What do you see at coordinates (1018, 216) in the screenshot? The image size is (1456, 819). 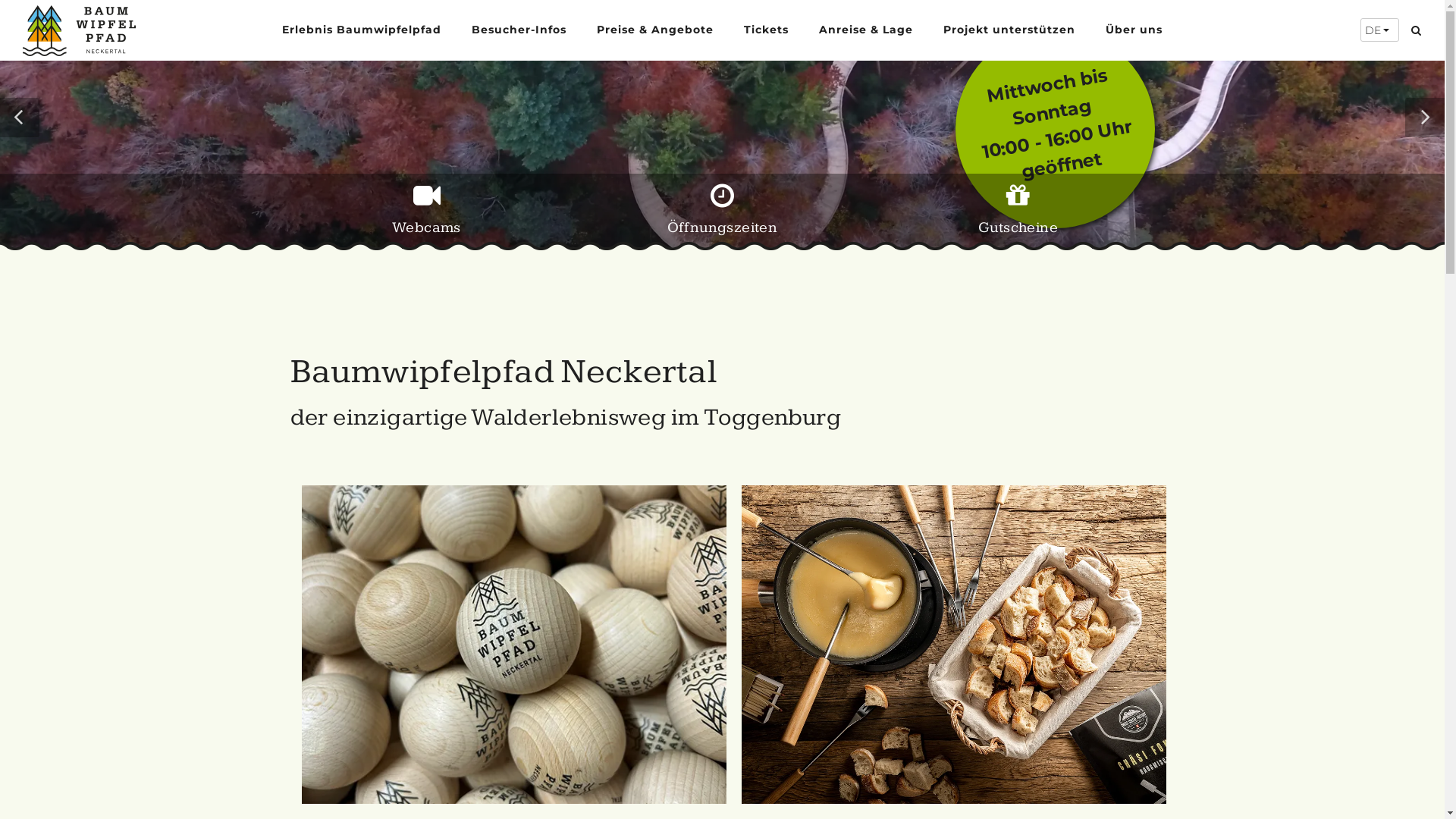 I see `'Gutscheine'` at bounding box center [1018, 216].